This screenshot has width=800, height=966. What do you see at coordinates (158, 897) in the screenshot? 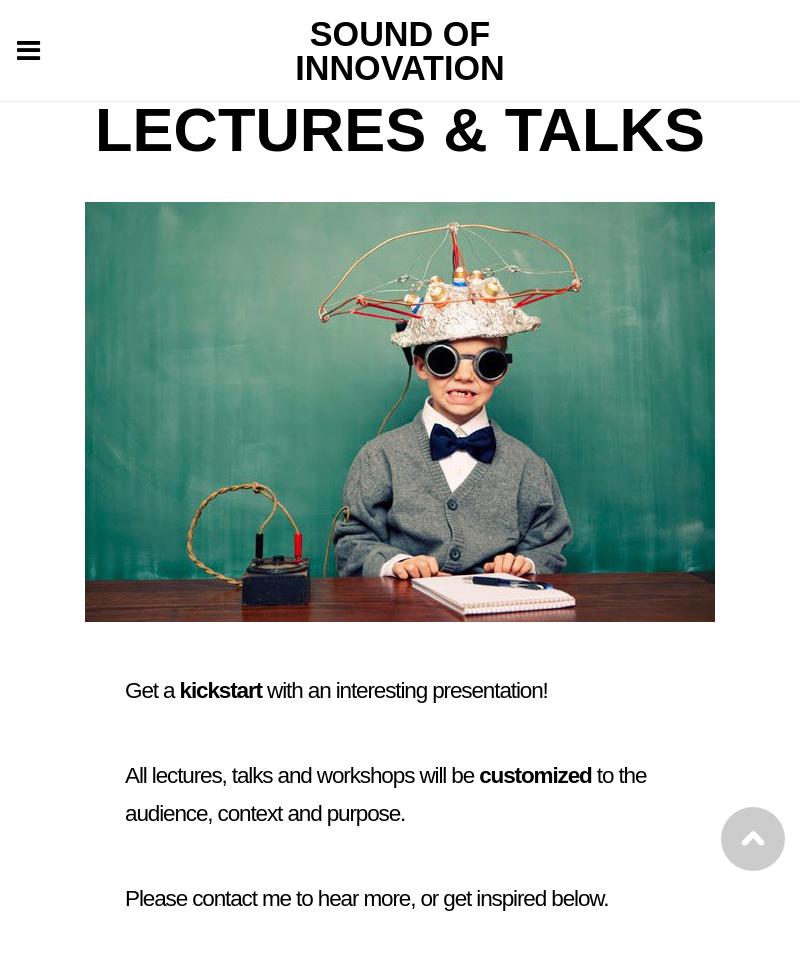
I see `'Please'` at bounding box center [158, 897].